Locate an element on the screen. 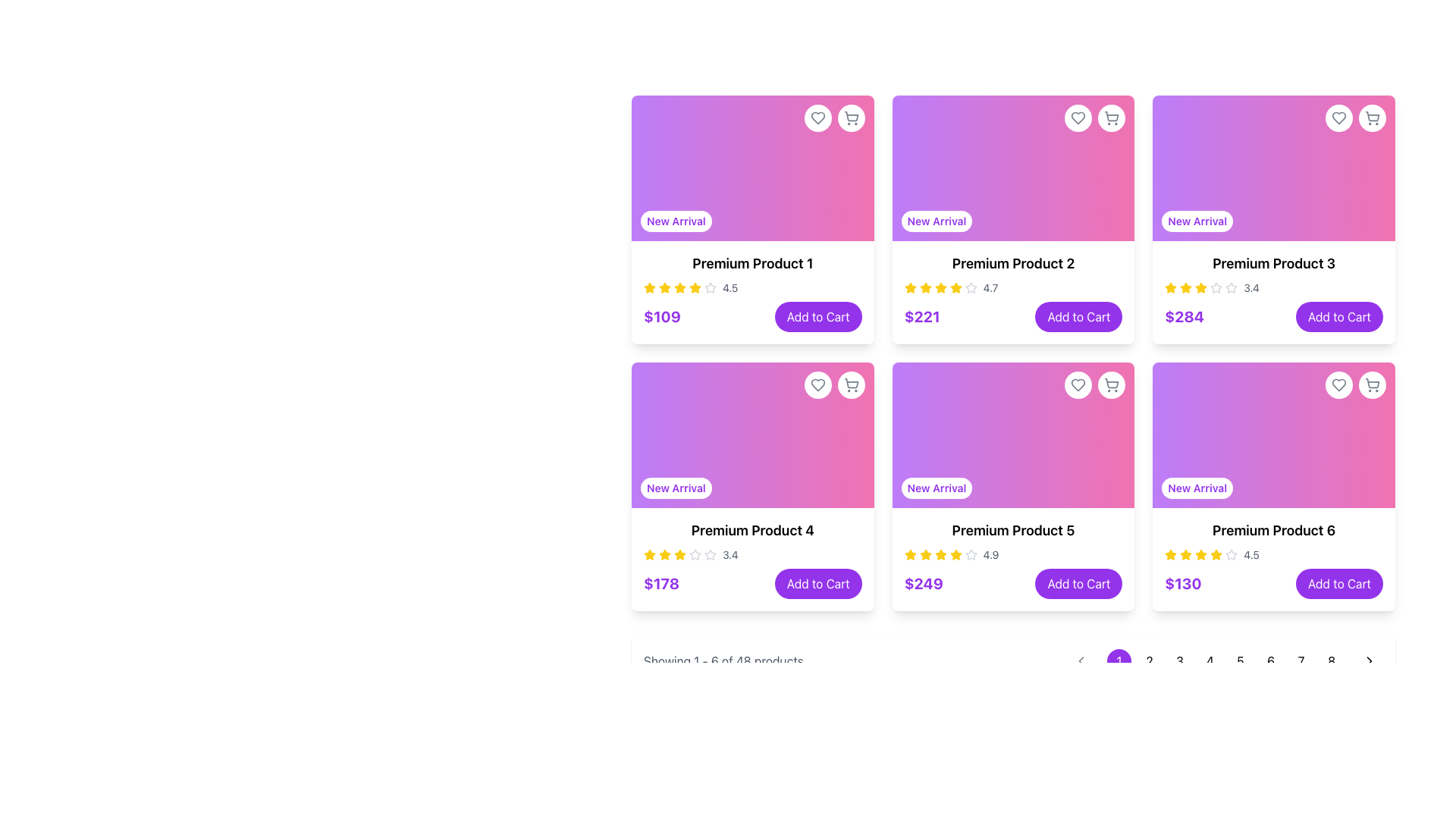 The image size is (1456, 819). the right arrow of the pagination control is located at coordinates (1013, 660).